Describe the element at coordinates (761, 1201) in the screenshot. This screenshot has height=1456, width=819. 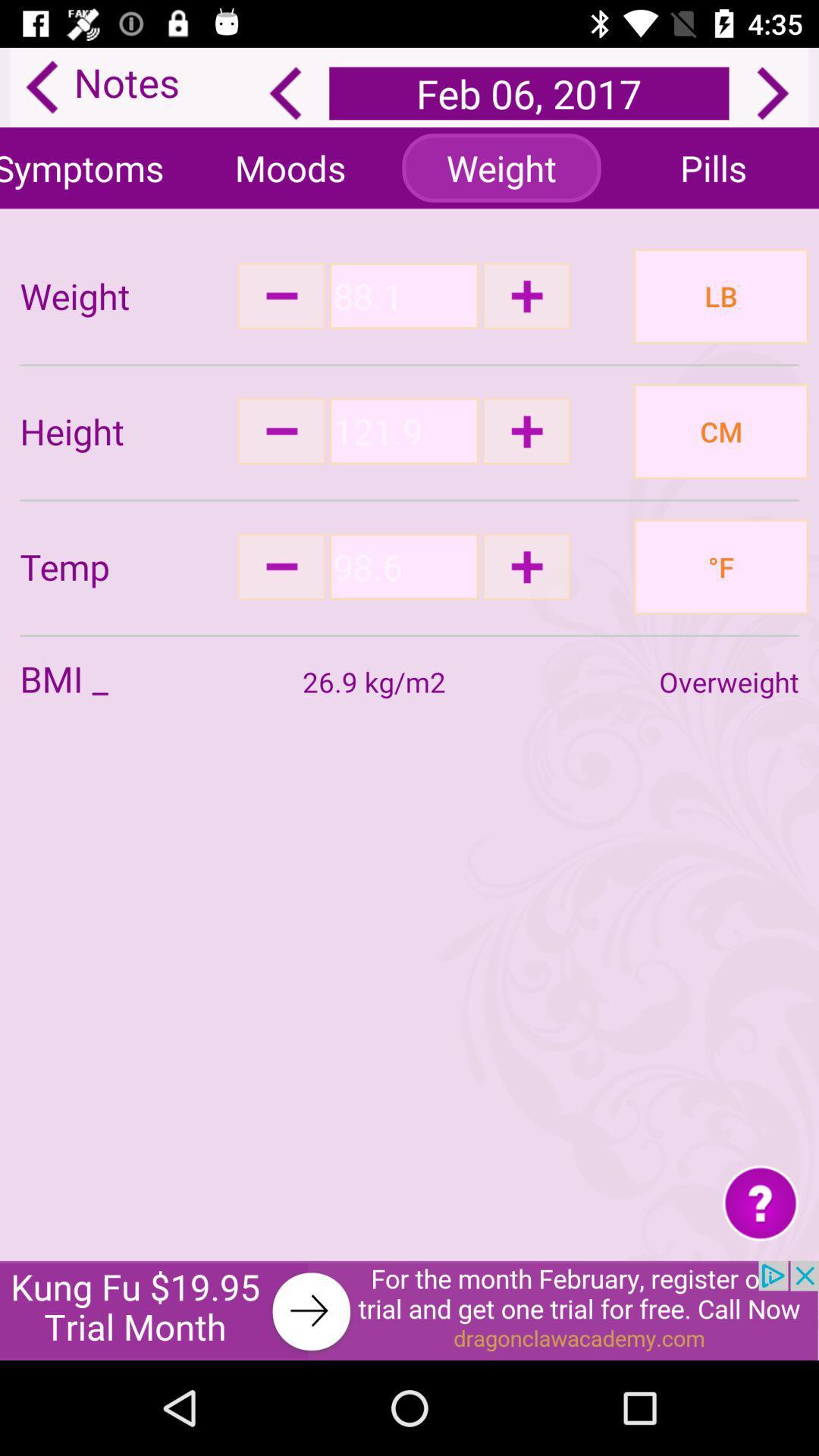
I see `click on the question mark` at that location.